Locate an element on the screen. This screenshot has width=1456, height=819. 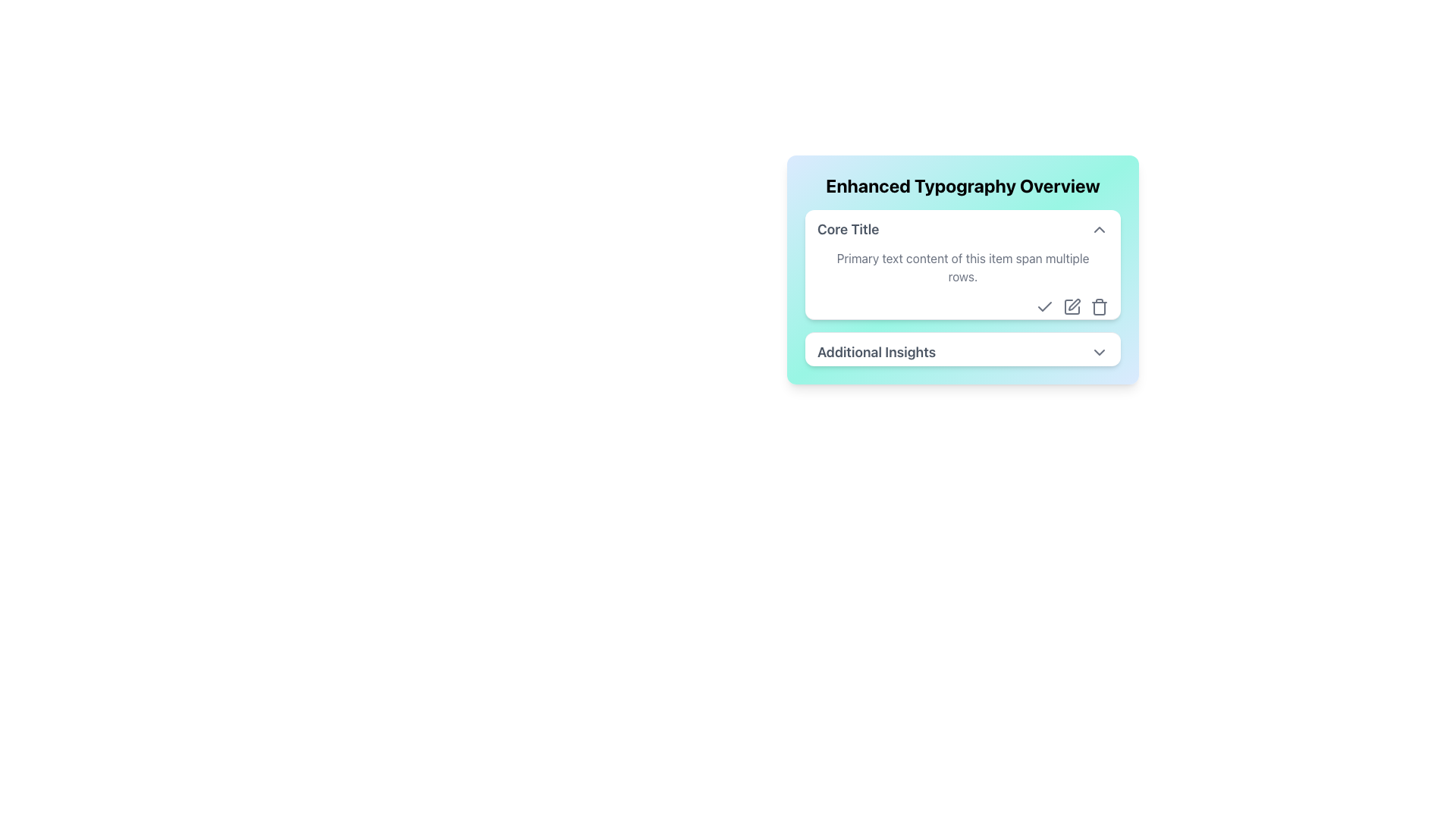
descriptive text block positioned in the middle section of the 'Enhanced Typography Overview' module, directly beneath the 'Core Title' header is located at coordinates (962, 267).